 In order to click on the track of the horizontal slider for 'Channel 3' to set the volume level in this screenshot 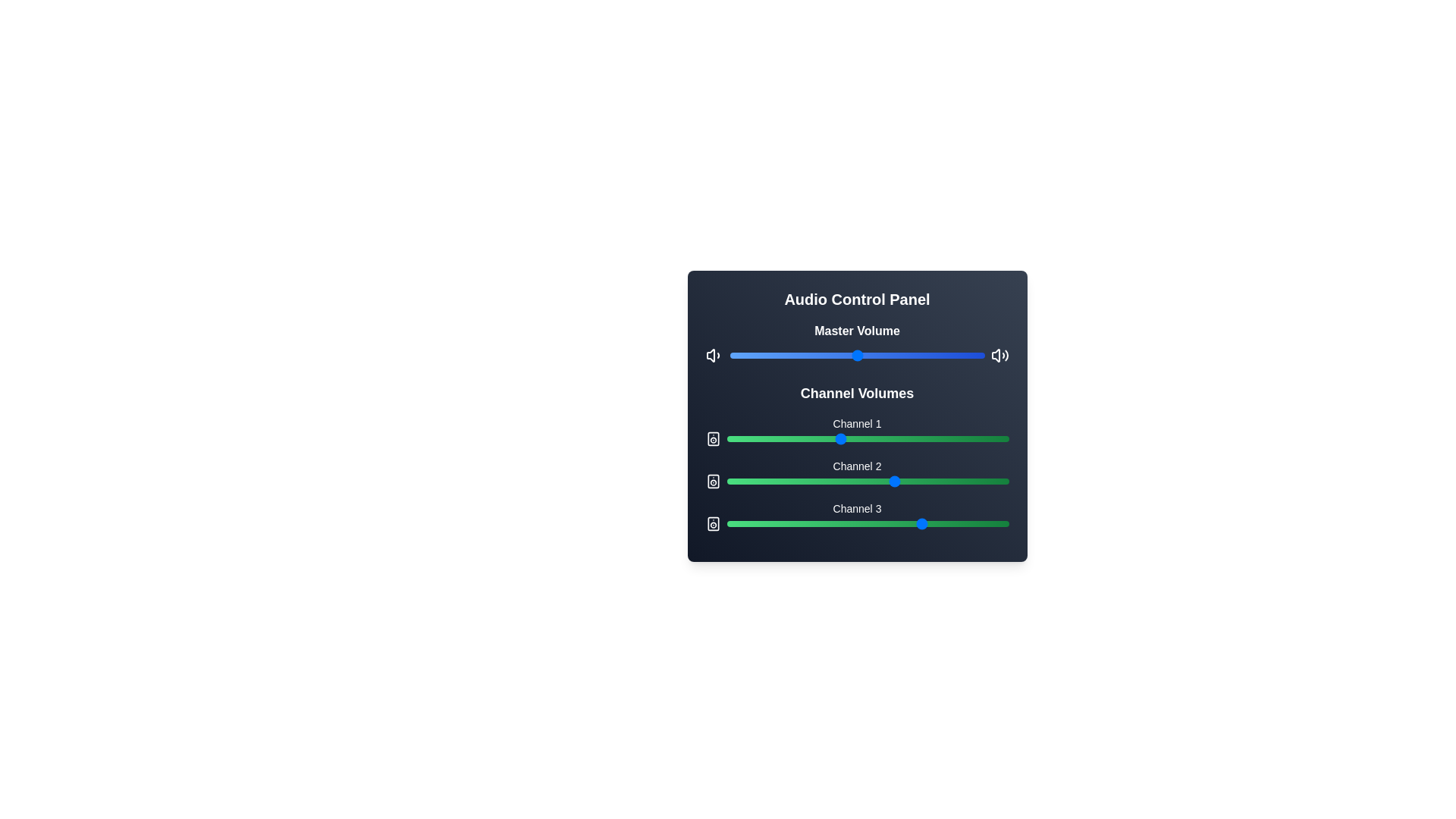, I will do `click(857, 522)`.